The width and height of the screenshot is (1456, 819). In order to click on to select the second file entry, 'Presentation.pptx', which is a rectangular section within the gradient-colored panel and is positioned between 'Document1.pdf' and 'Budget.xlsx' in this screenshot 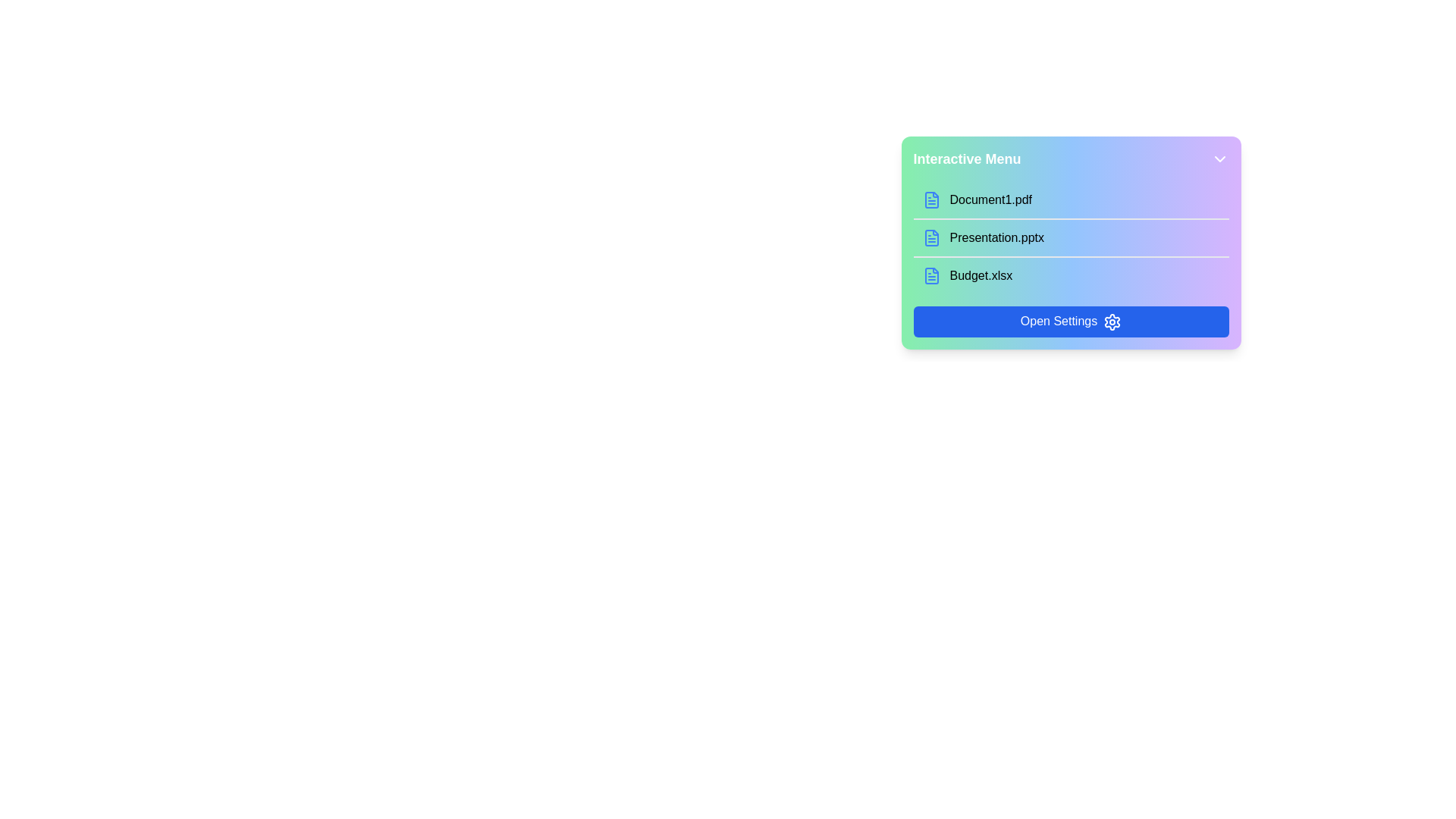, I will do `click(1070, 237)`.